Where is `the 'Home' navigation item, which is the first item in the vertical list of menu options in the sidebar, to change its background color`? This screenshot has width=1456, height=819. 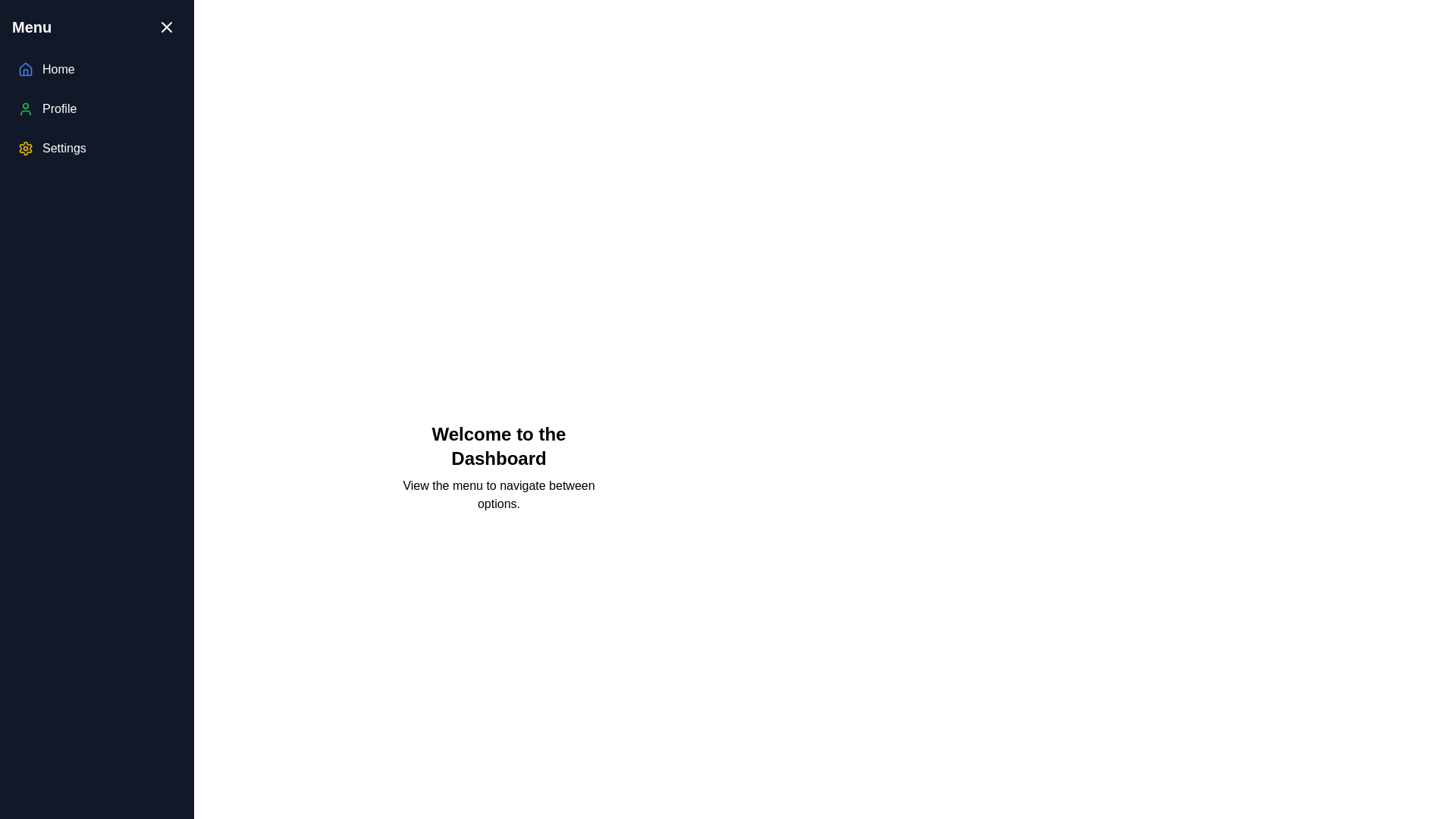 the 'Home' navigation item, which is the first item in the vertical list of menu options in the sidebar, to change its background color is located at coordinates (96, 70).